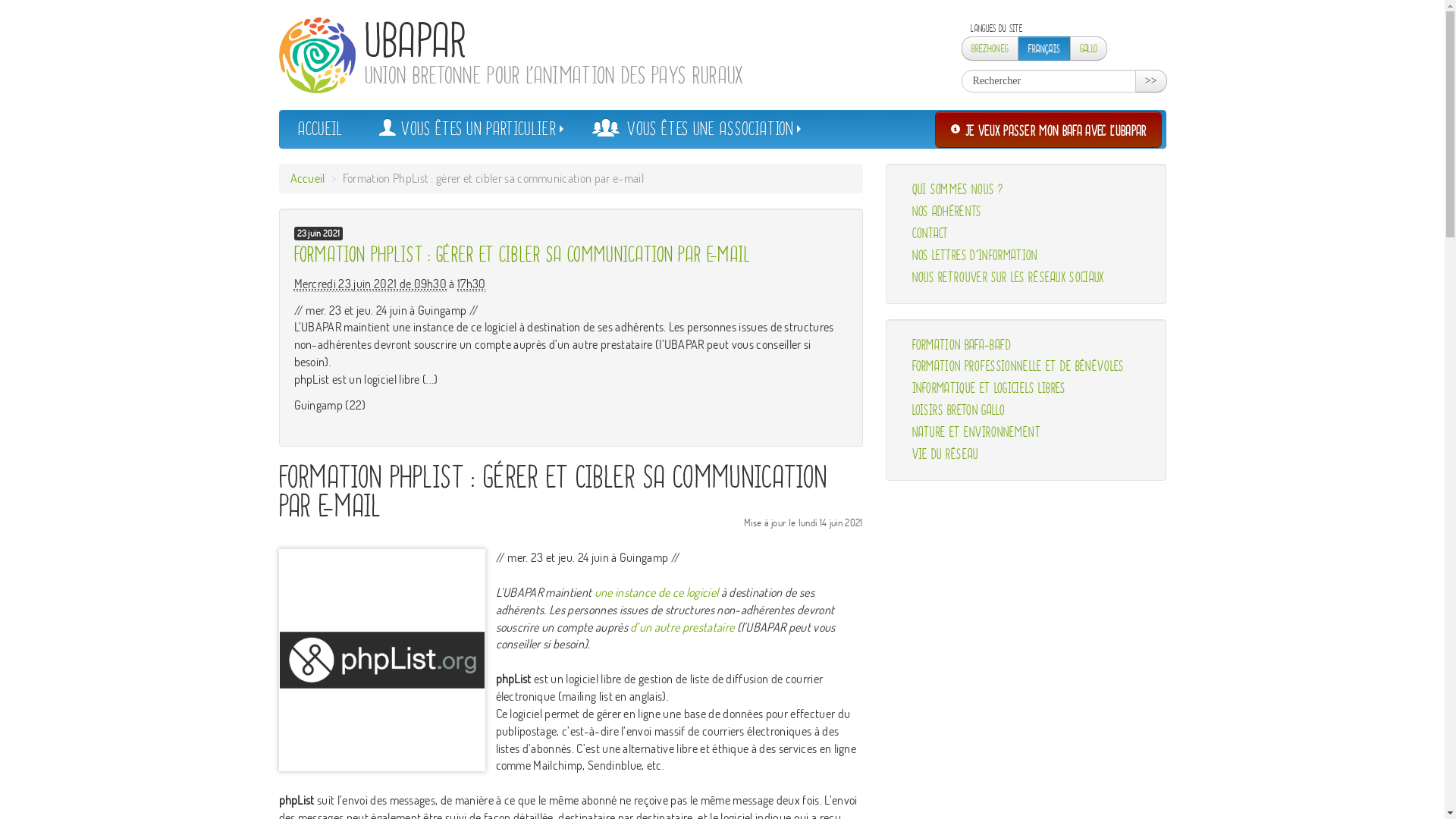 Image resolution: width=1456 pixels, height=819 pixels. I want to click on 'BREZHONEG', so click(990, 48).